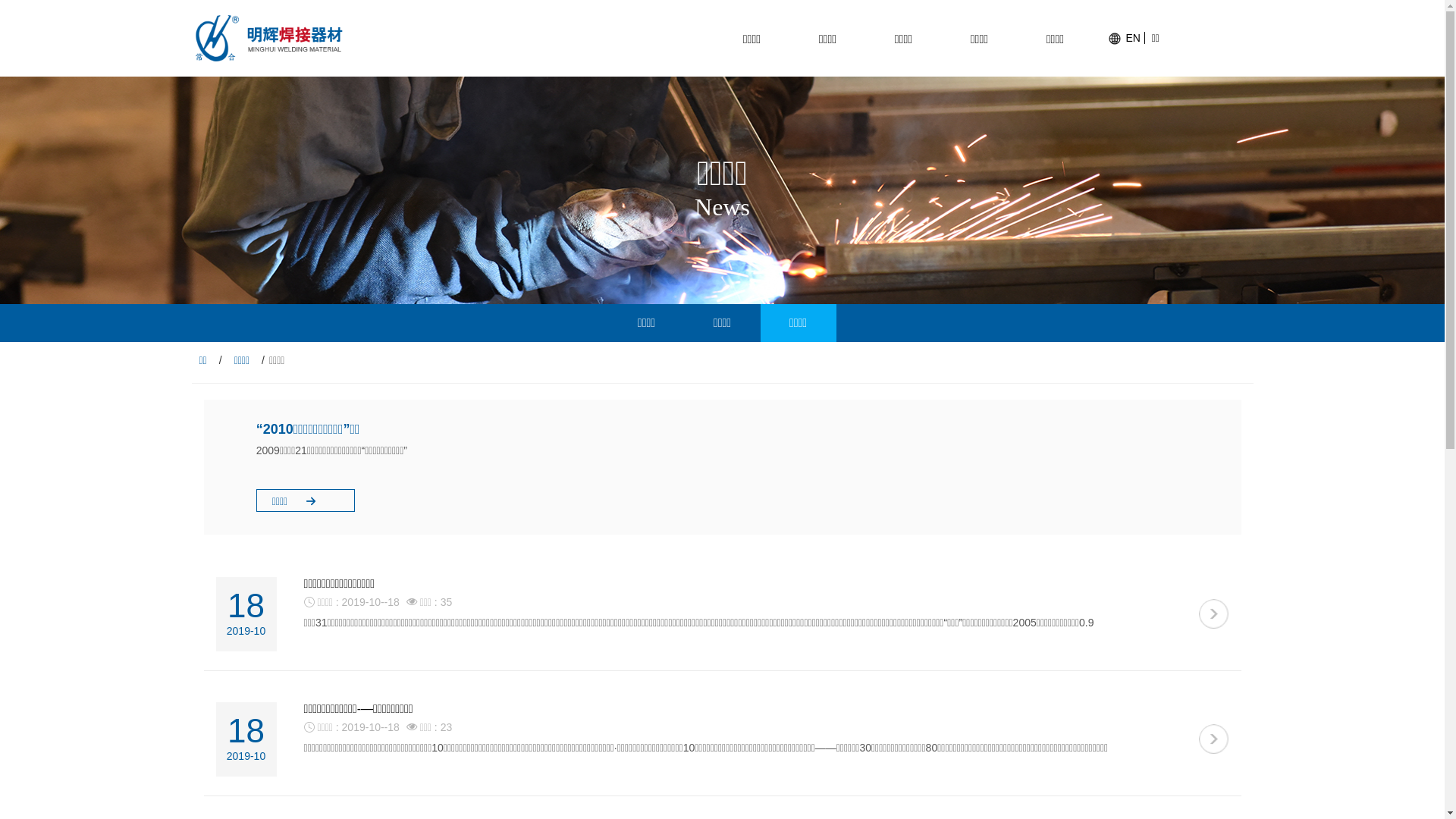 This screenshot has height=819, width=1456. I want to click on 'EN', so click(1125, 37).